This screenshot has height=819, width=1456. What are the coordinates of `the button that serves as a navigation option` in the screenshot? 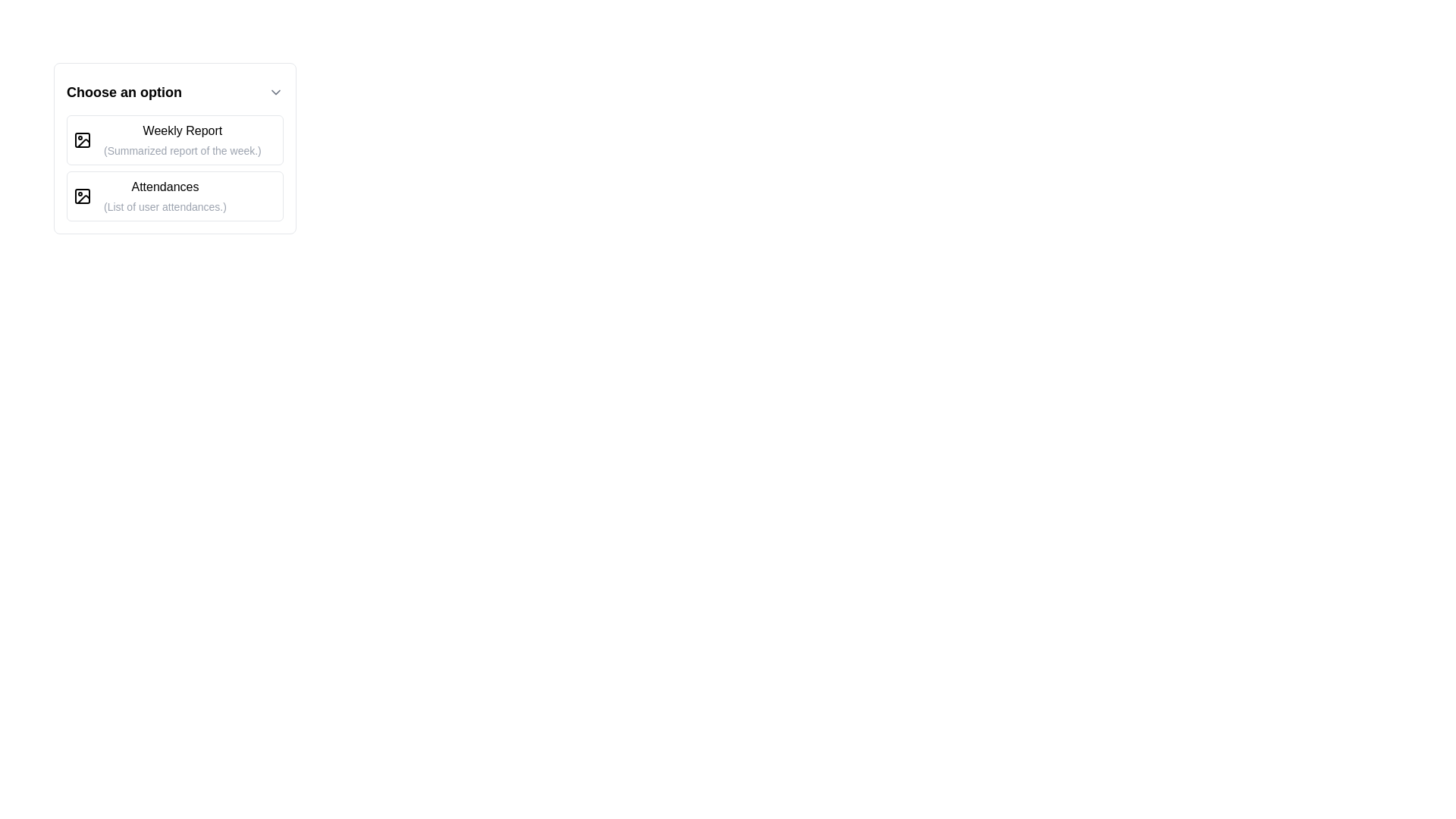 It's located at (174, 195).